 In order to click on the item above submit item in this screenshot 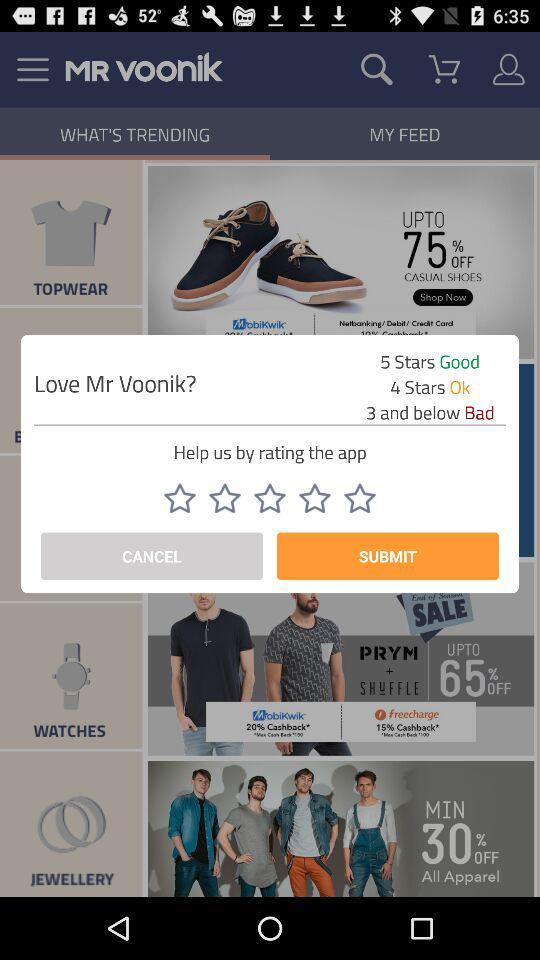, I will do `click(359, 497)`.